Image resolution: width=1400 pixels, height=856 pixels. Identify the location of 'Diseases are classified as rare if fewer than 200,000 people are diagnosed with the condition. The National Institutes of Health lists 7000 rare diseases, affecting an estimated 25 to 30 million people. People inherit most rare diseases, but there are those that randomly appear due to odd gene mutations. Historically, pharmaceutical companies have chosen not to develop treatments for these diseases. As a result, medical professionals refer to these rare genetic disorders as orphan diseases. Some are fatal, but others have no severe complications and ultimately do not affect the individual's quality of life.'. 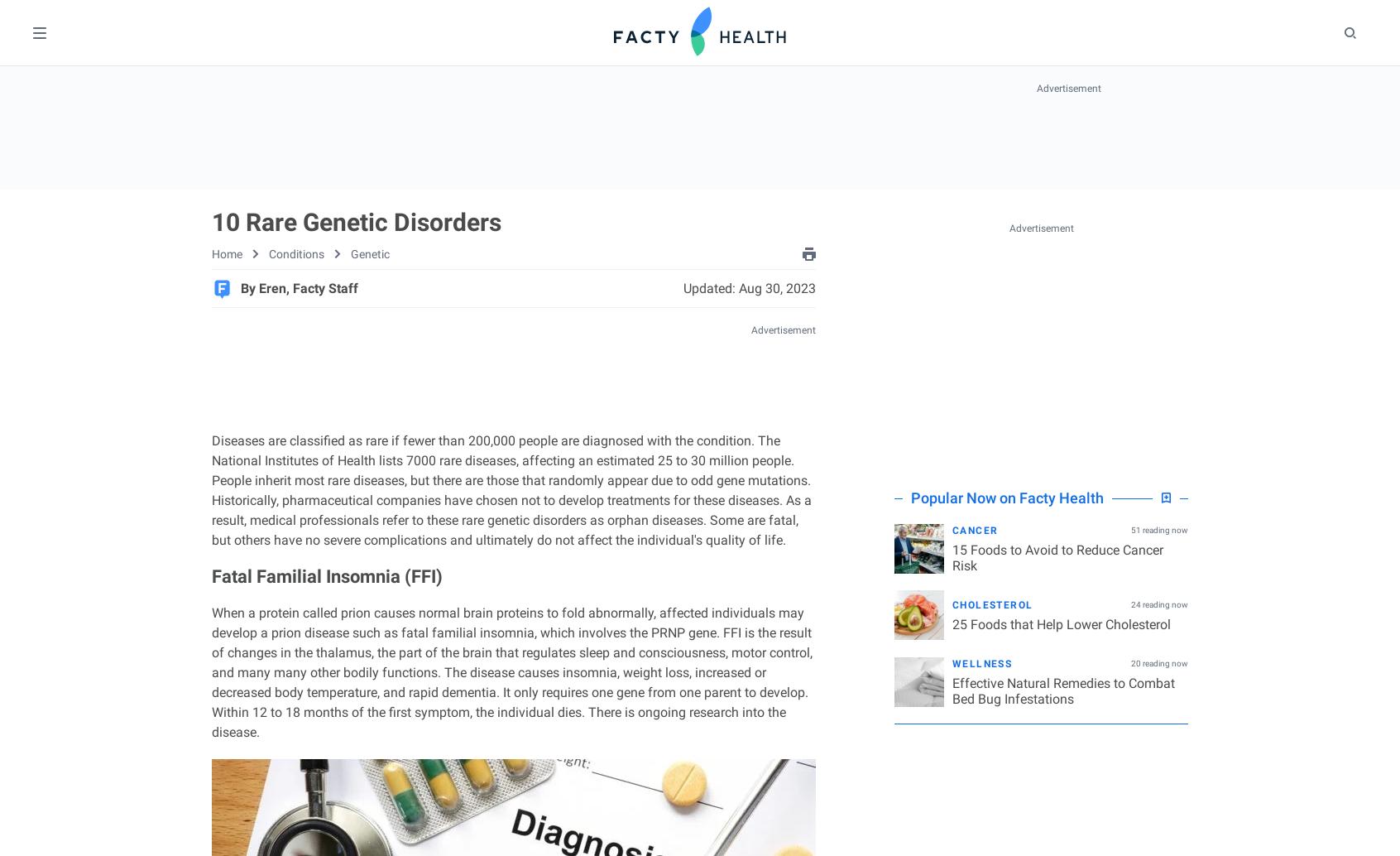
(211, 490).